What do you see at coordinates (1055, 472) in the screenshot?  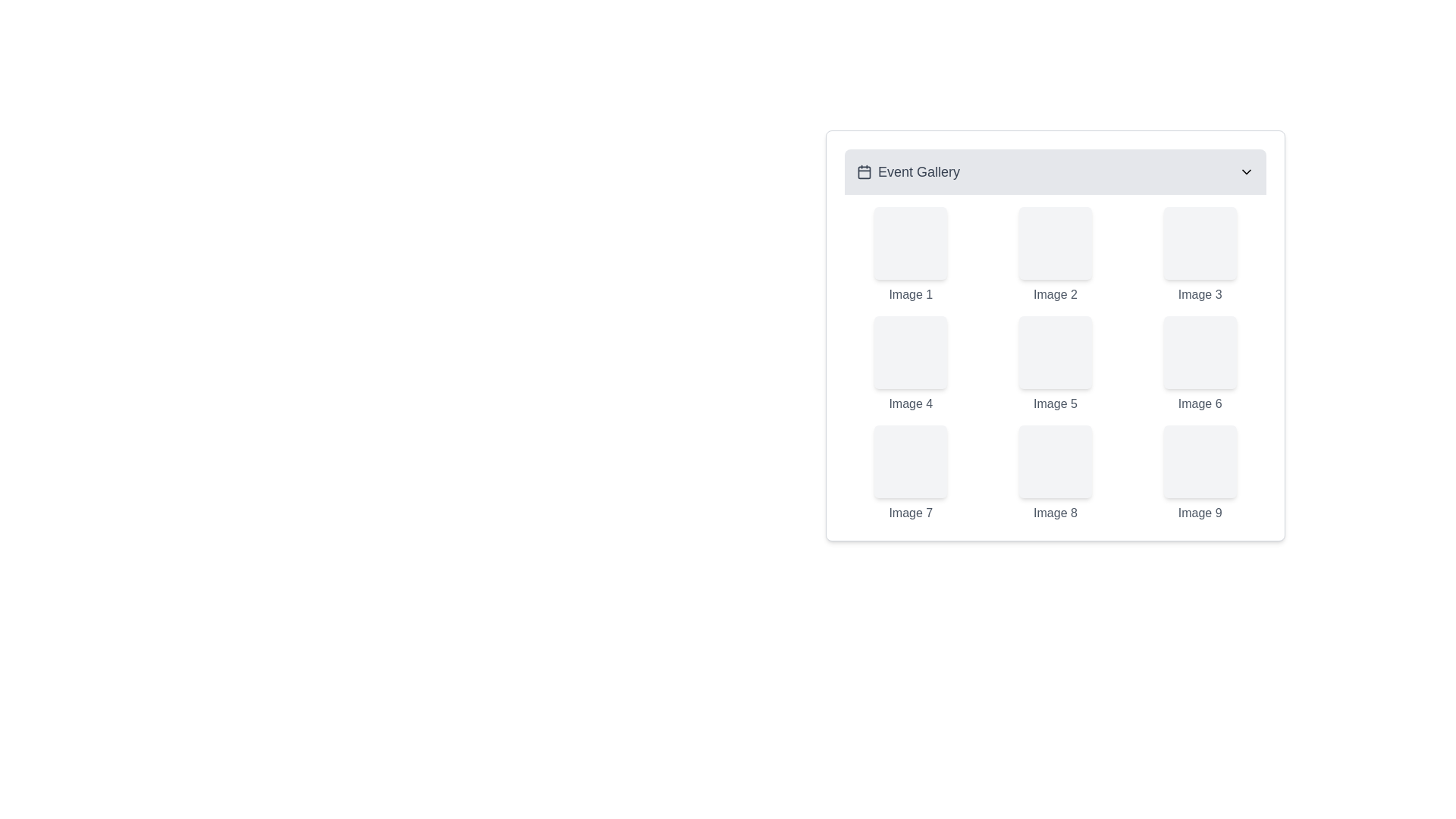 I see `the interactive image box in the Event Gallery grid, which is the eighth item located in the 3x3 grid structure` at bounding box center [1055, 472].